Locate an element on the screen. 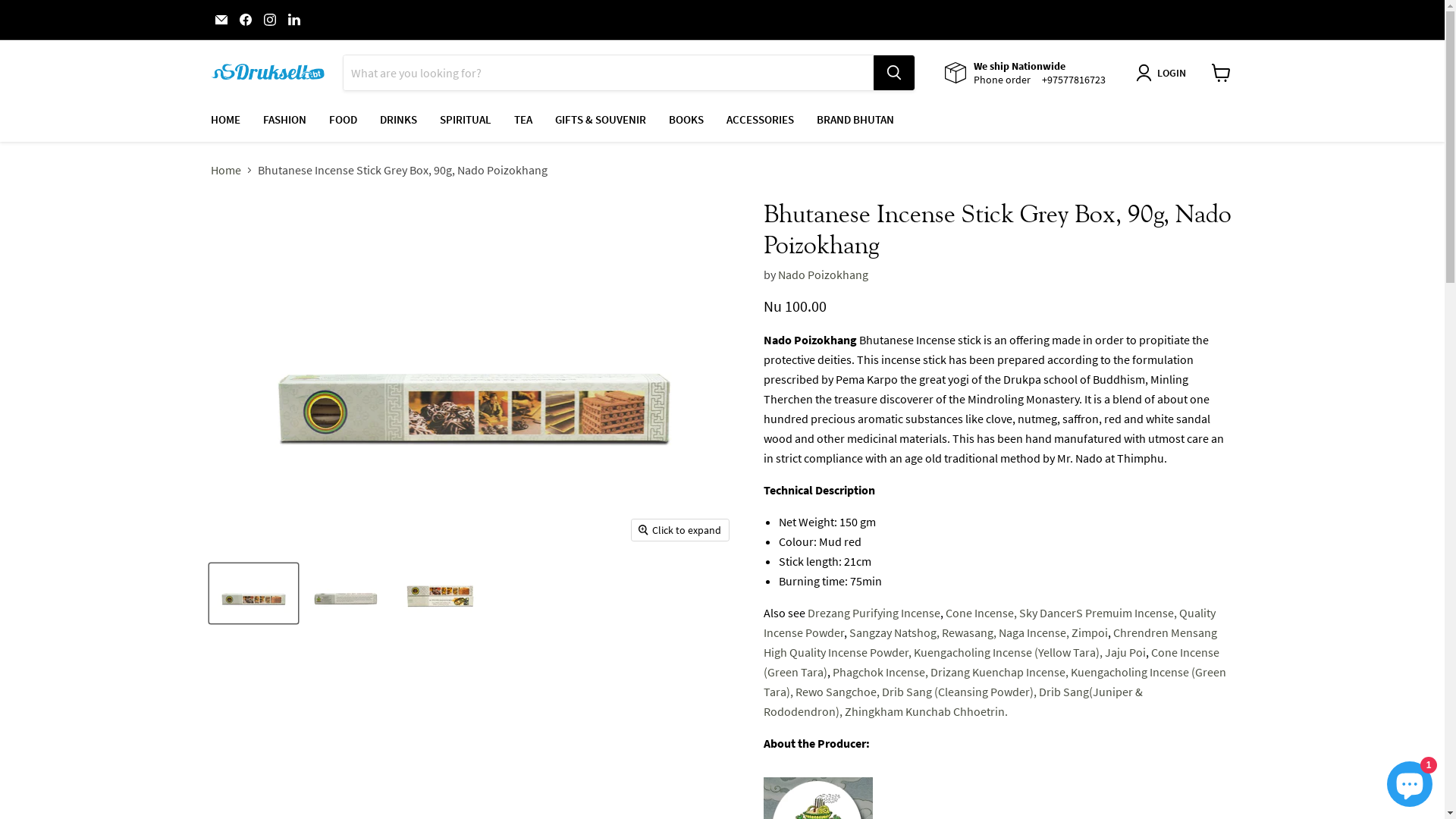 This screenshot has height=819, width=1456. 'Home' is located at coordinates (224, 169).